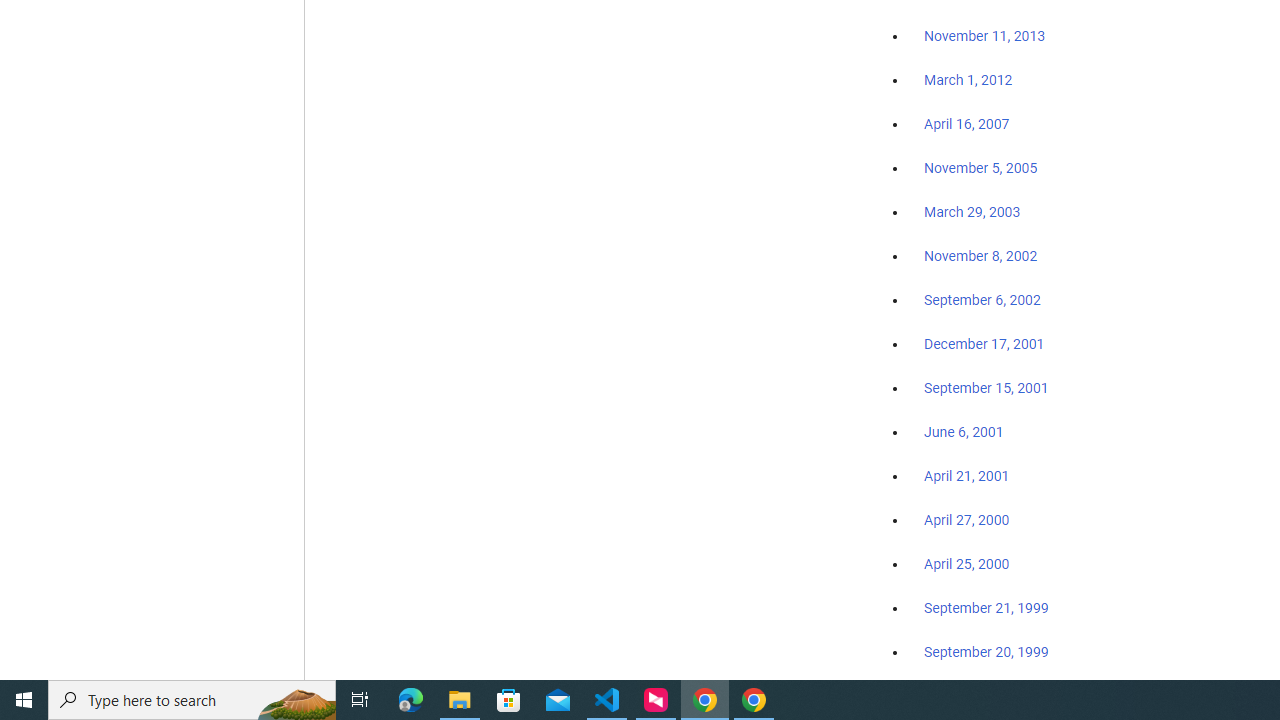 This screenshot has width=1280, height=720. What do you see at coordinates (986, 387) in the screenshot?
I see `'September 15, 2001'` at bounding box center [986, 387].